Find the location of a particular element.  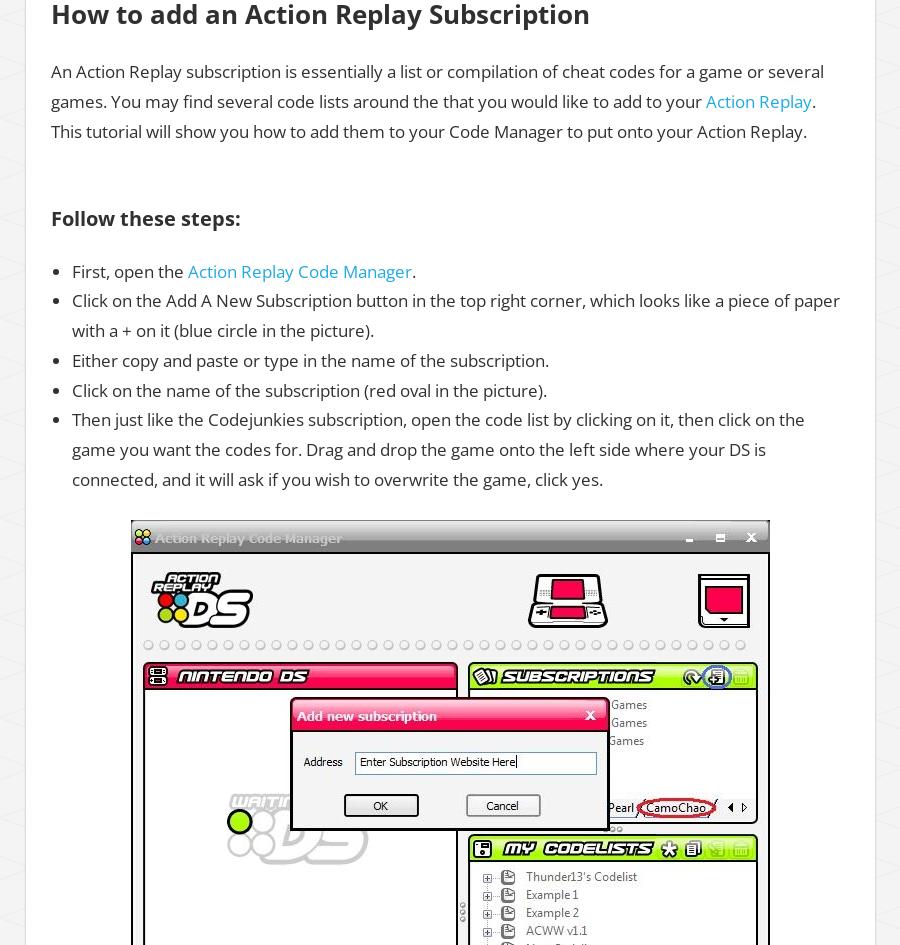

'Click on the name of the subscription (red oval in the picture).' is located at coordinates (308, 388).